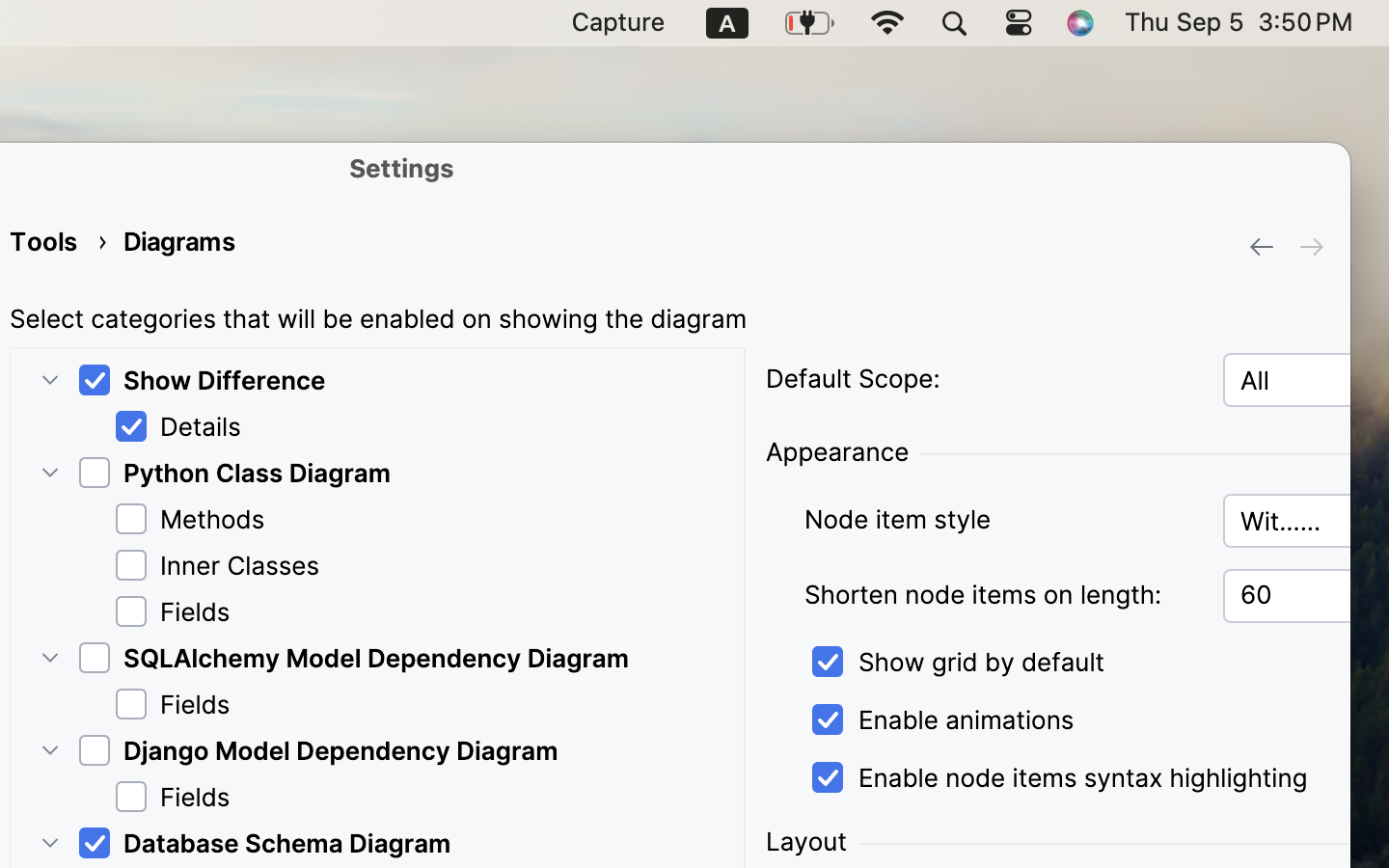 Image resolution: width=1389 pixels, height=868 pixels. I want to click on 'Settings', so click(401, 167).